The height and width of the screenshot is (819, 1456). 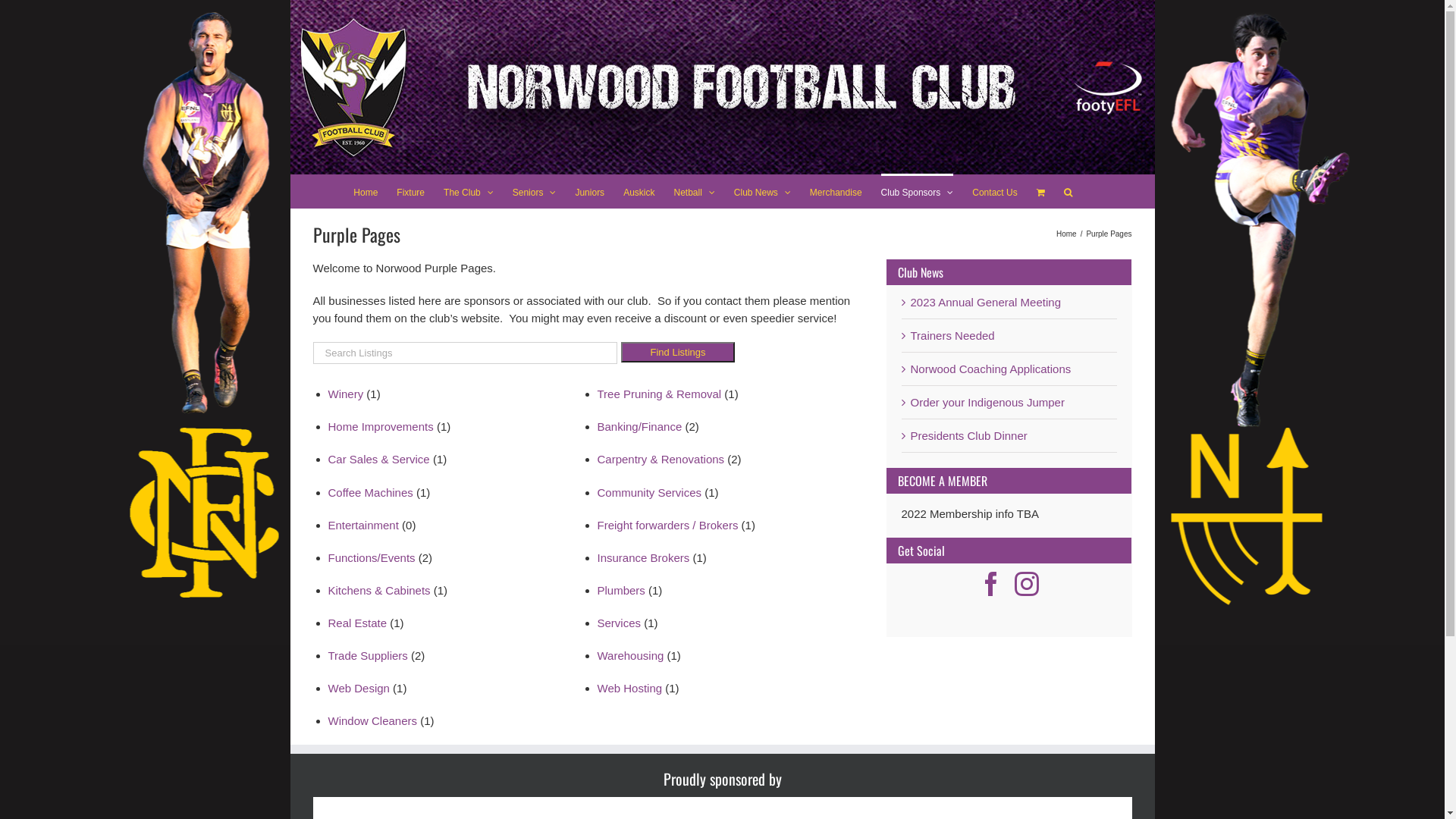 I want to click on 'Search', so click(x=1067, y=190).